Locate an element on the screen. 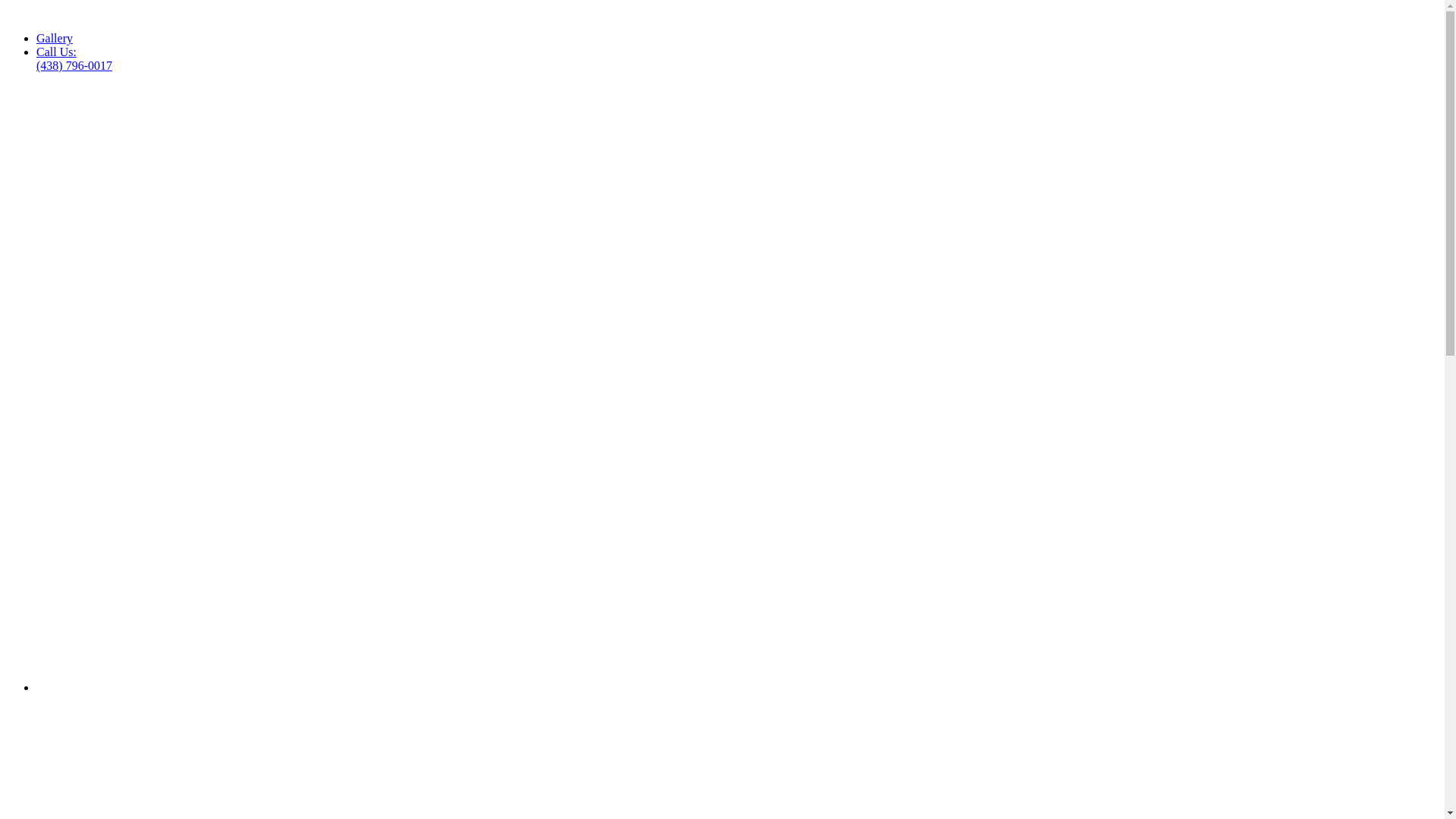 The width and height of the screenshot is (1456, 819). 'Call Us: is located at coordinates (73, 58).